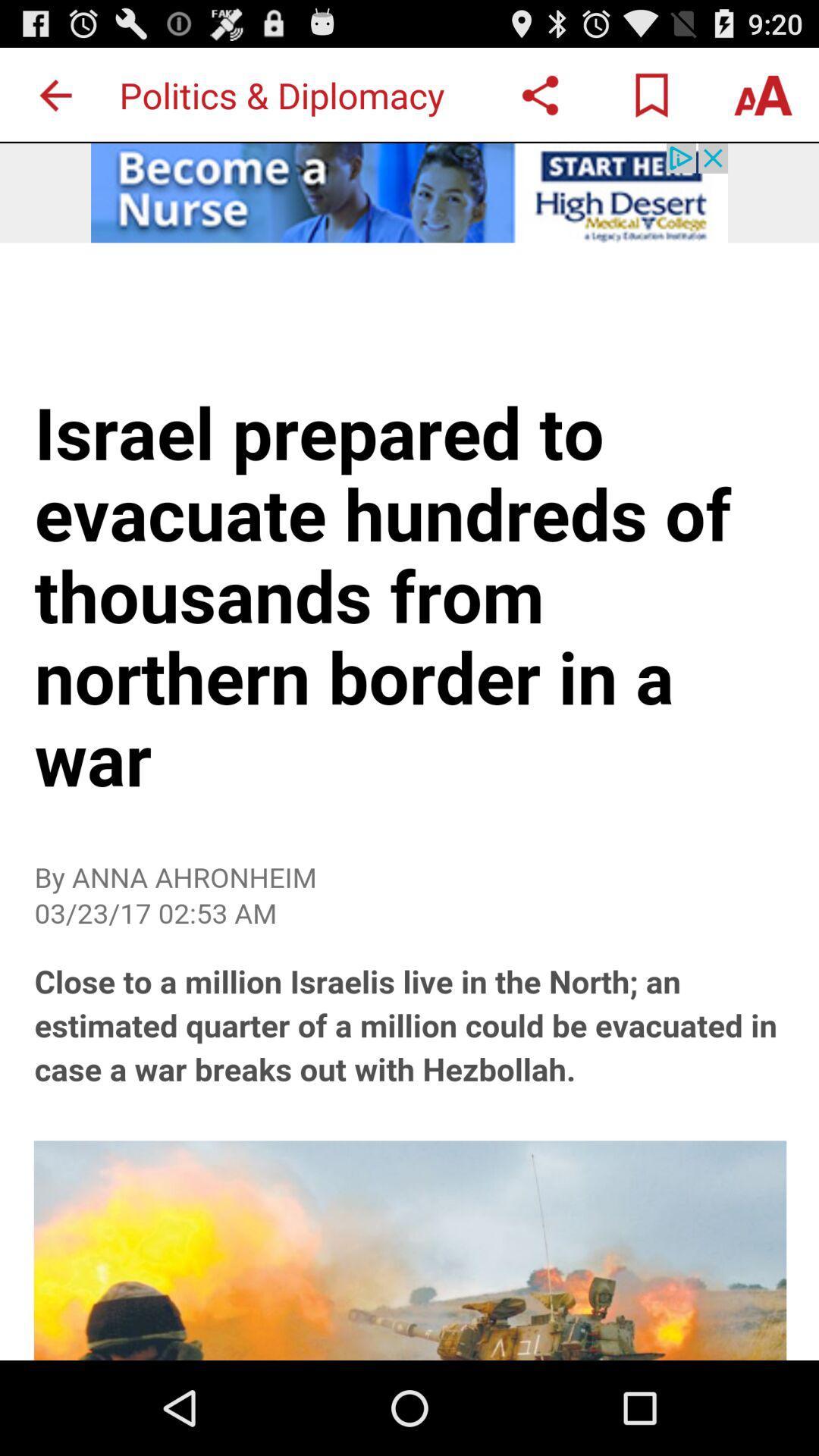 This screenshot has width=819, height=1456. What do you see at coordinates (651, 94) in the screenshot?
I see `bookmark option` at bounding box center [651, 94].